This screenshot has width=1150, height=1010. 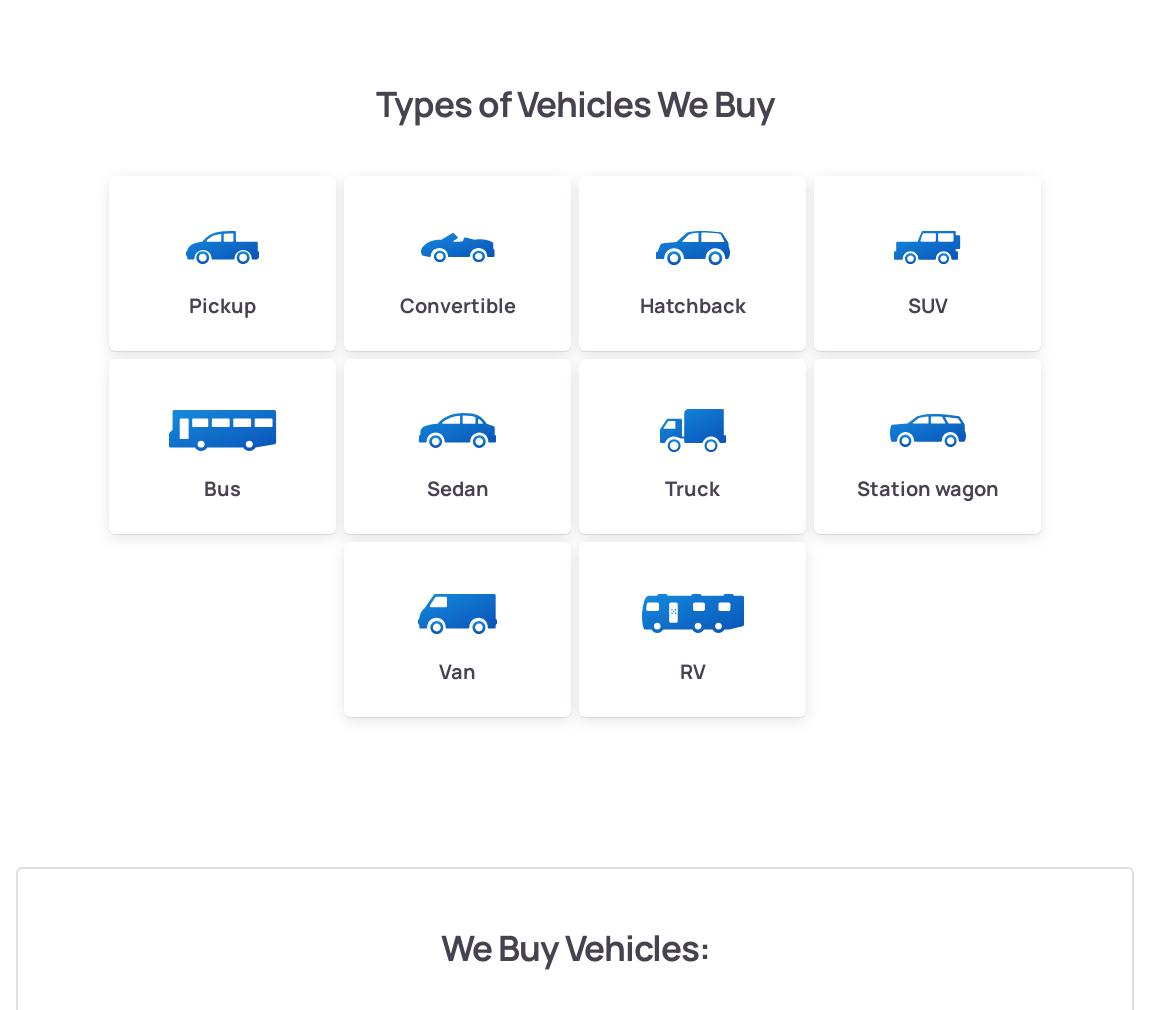 I want to click on 'Van', so click(x=438, y=669).